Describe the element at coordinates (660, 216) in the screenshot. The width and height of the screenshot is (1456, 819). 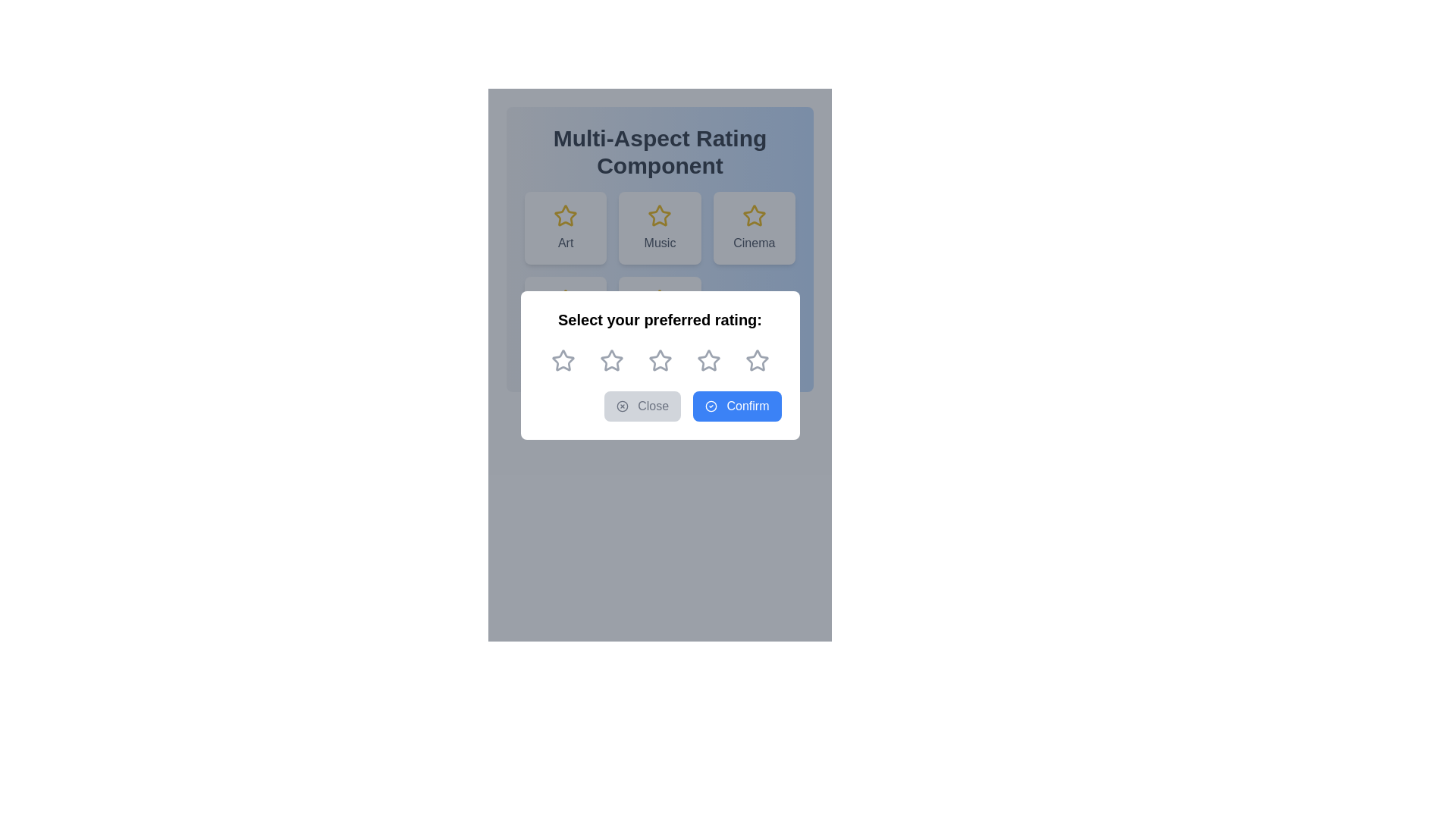
I see `the star icon located above the text 'Music' in the card labeled 'Music', which is part of a multi-aspect rating system` at that location.